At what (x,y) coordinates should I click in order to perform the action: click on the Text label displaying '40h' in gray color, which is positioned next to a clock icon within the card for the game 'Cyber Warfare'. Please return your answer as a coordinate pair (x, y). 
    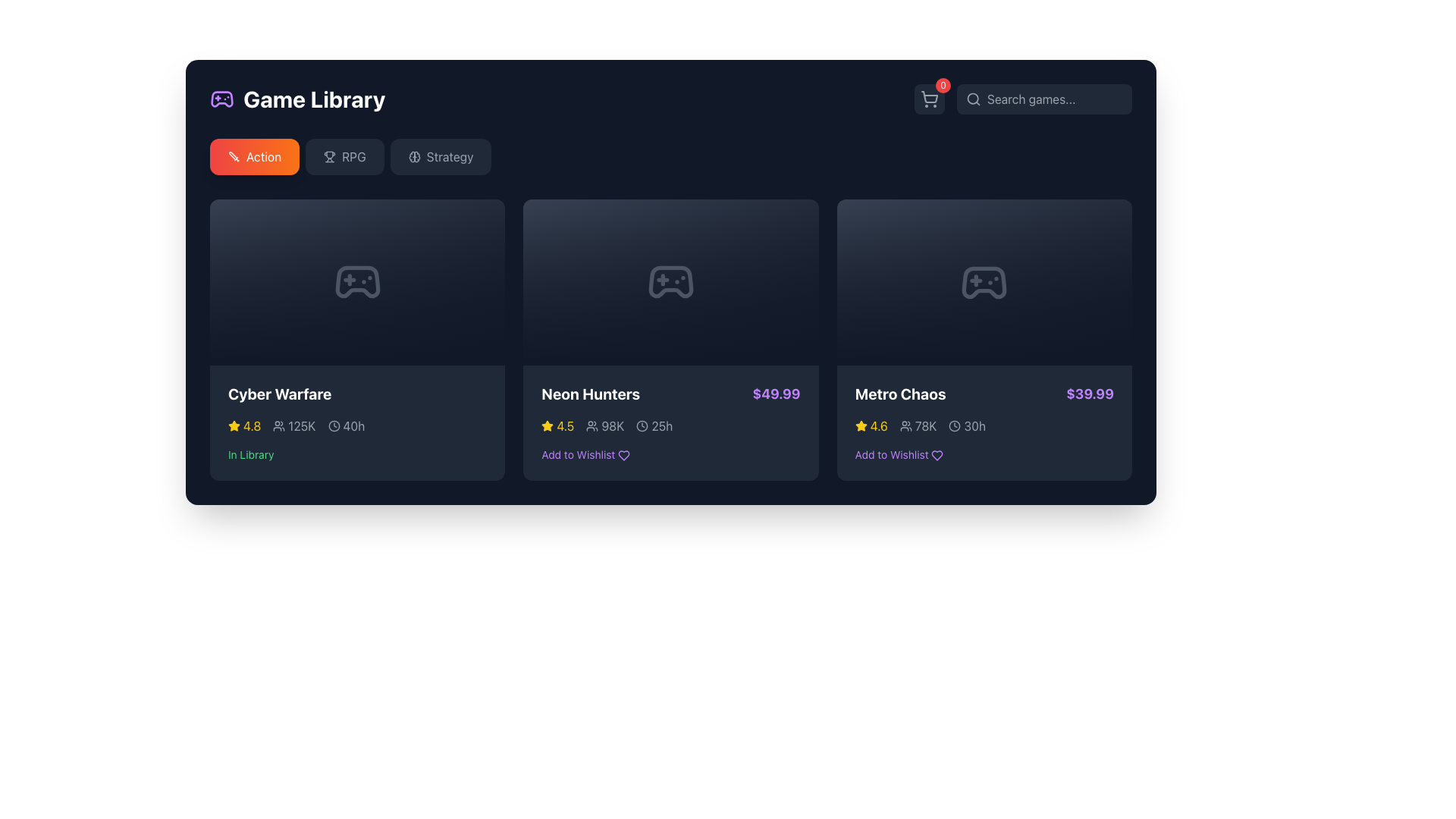
    Looking at the image, I should click on (345, 426).